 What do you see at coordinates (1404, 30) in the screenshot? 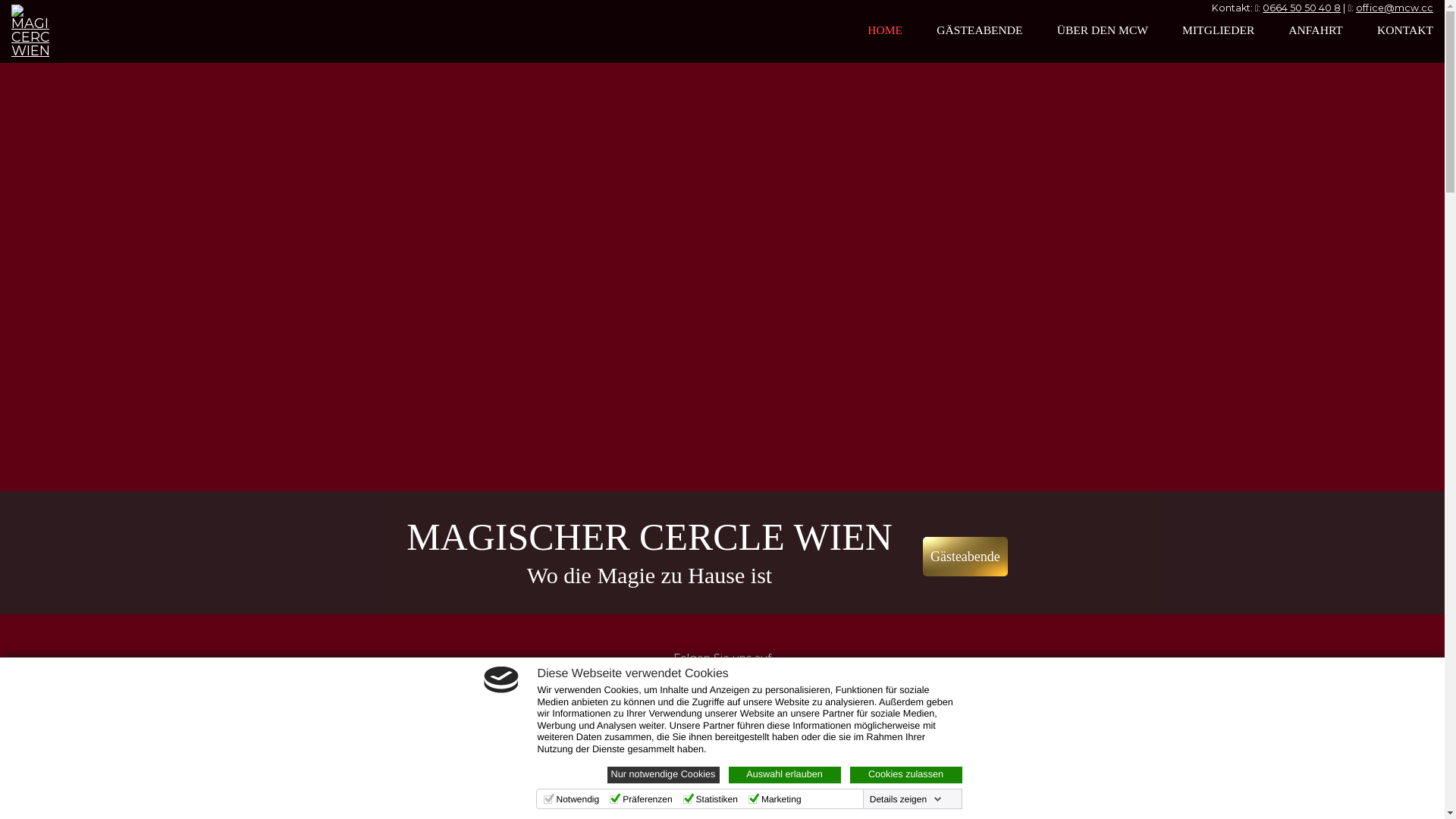
I see `'KONTAKT'` at bounding box center [1404, 30].